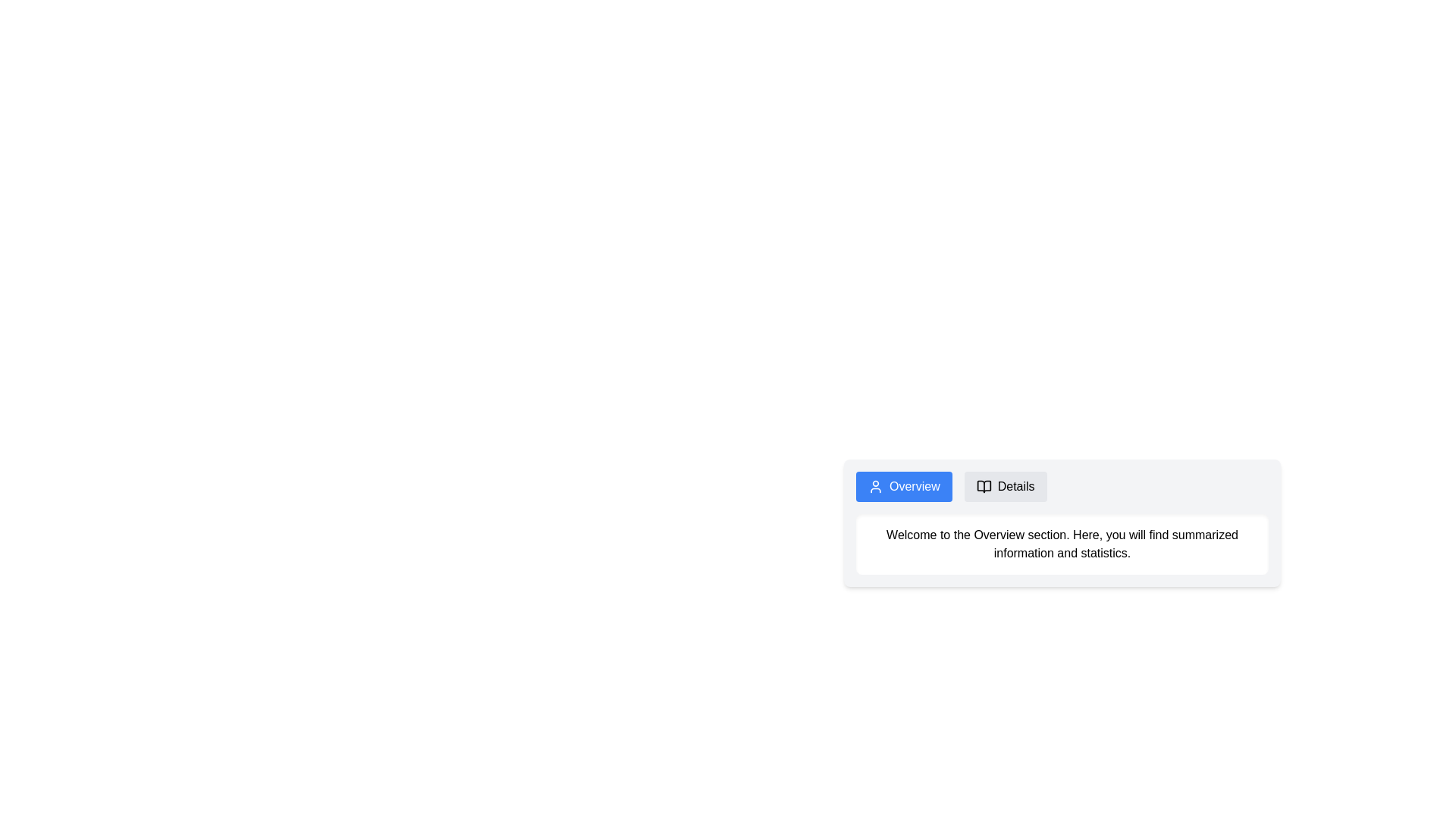  What do you see at coordinates (1006, 486) in the screenshot?
I see `the second button in the horizontal button group located to the right of the 'Overview' button with a blue background` at bounding box center [1006, 486].